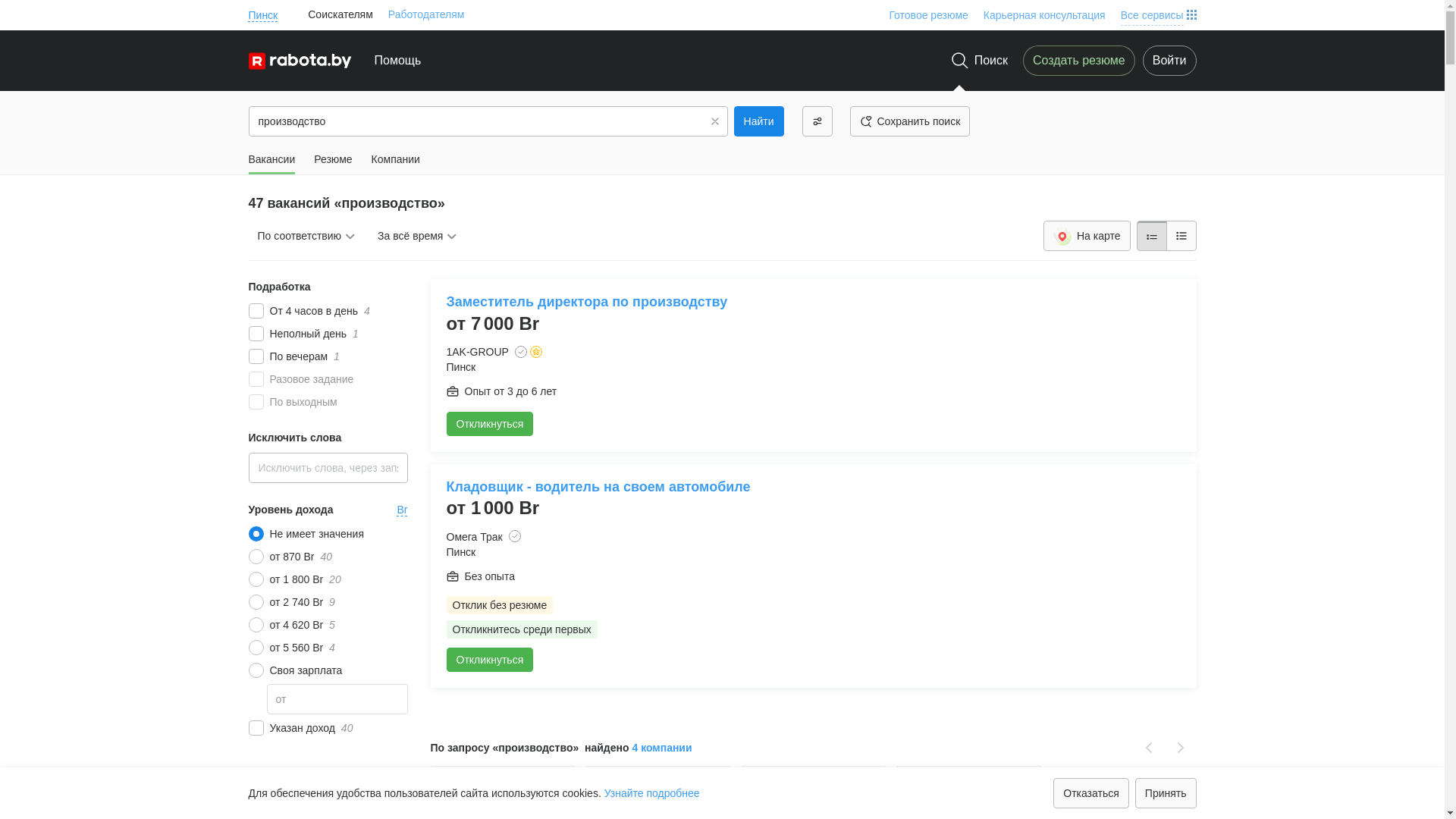  What do you see at coordinates (475, 351) in the screenshot?
I see `'1AK-GROUP'` at bounding box center [475, 351].